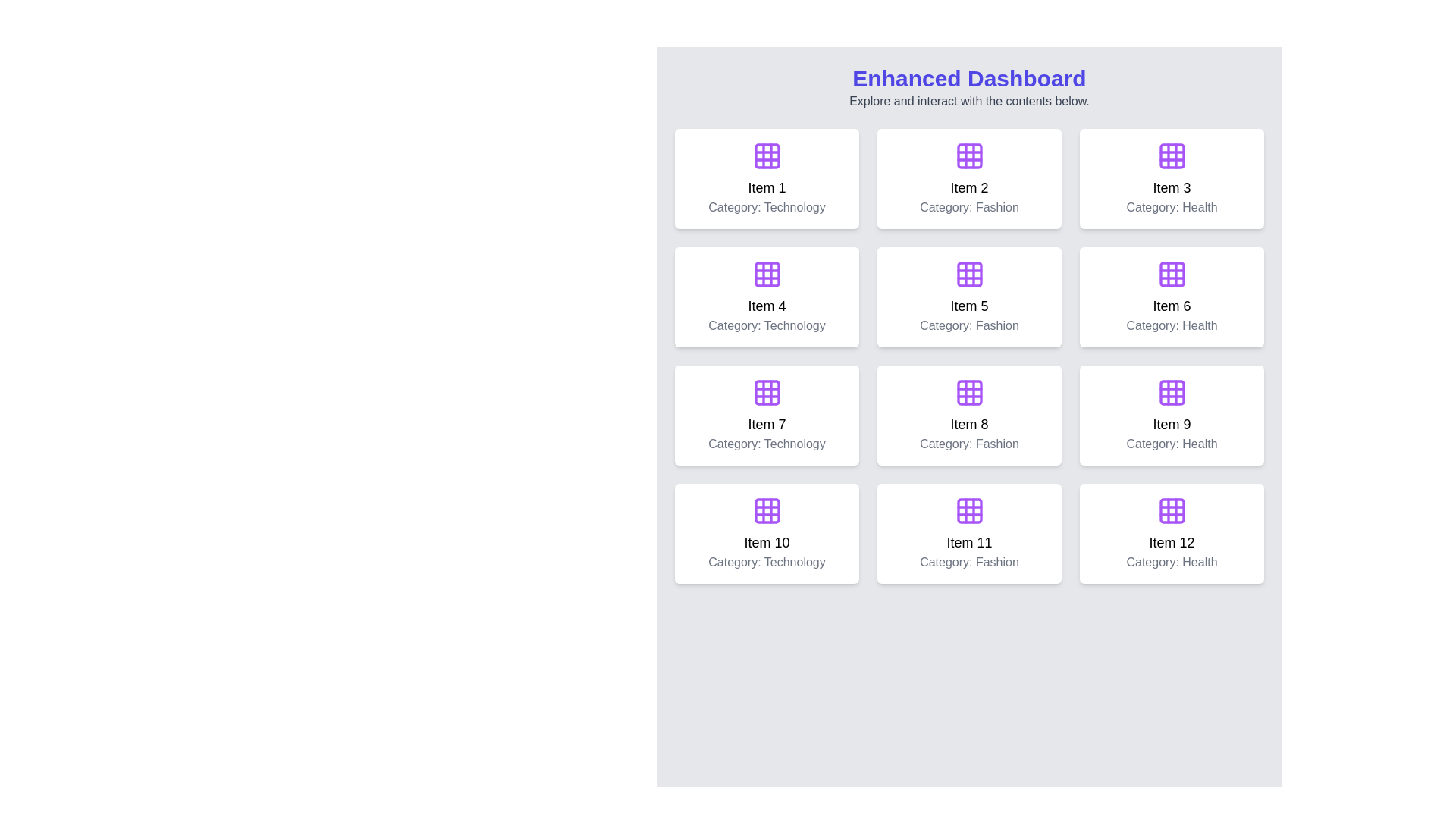 Image resolution: width=1456 pixels, height=819 pixels. What do you see at coordinates (767, 155) in the screenshot?
I see `the graphical icon featuring a 3x3 grid outlined in purple, located in the center of the first item card in the dashboard grid above the text 'Item 1' and 'Category: Technology'` at bounding box center [767, 155].